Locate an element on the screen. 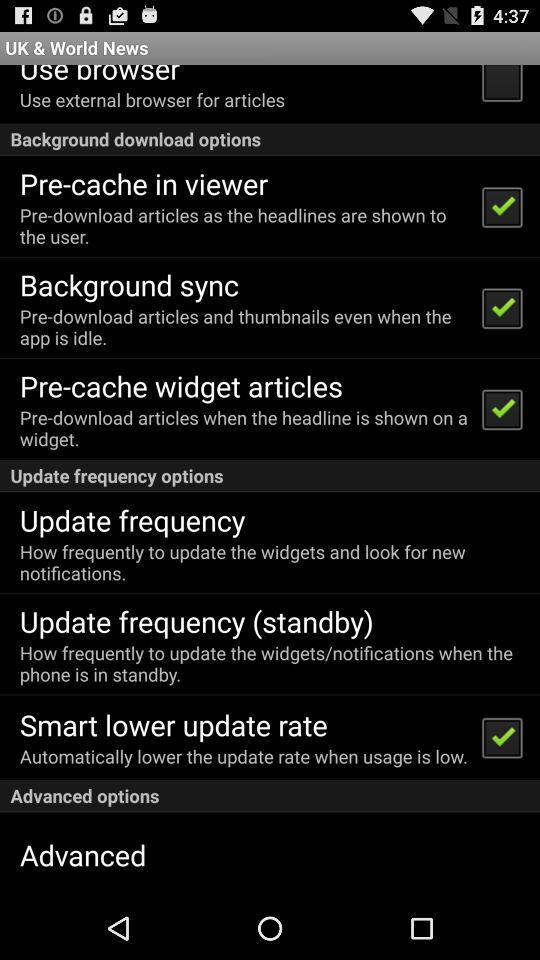  advanced options is located at coordinates (270, 796).